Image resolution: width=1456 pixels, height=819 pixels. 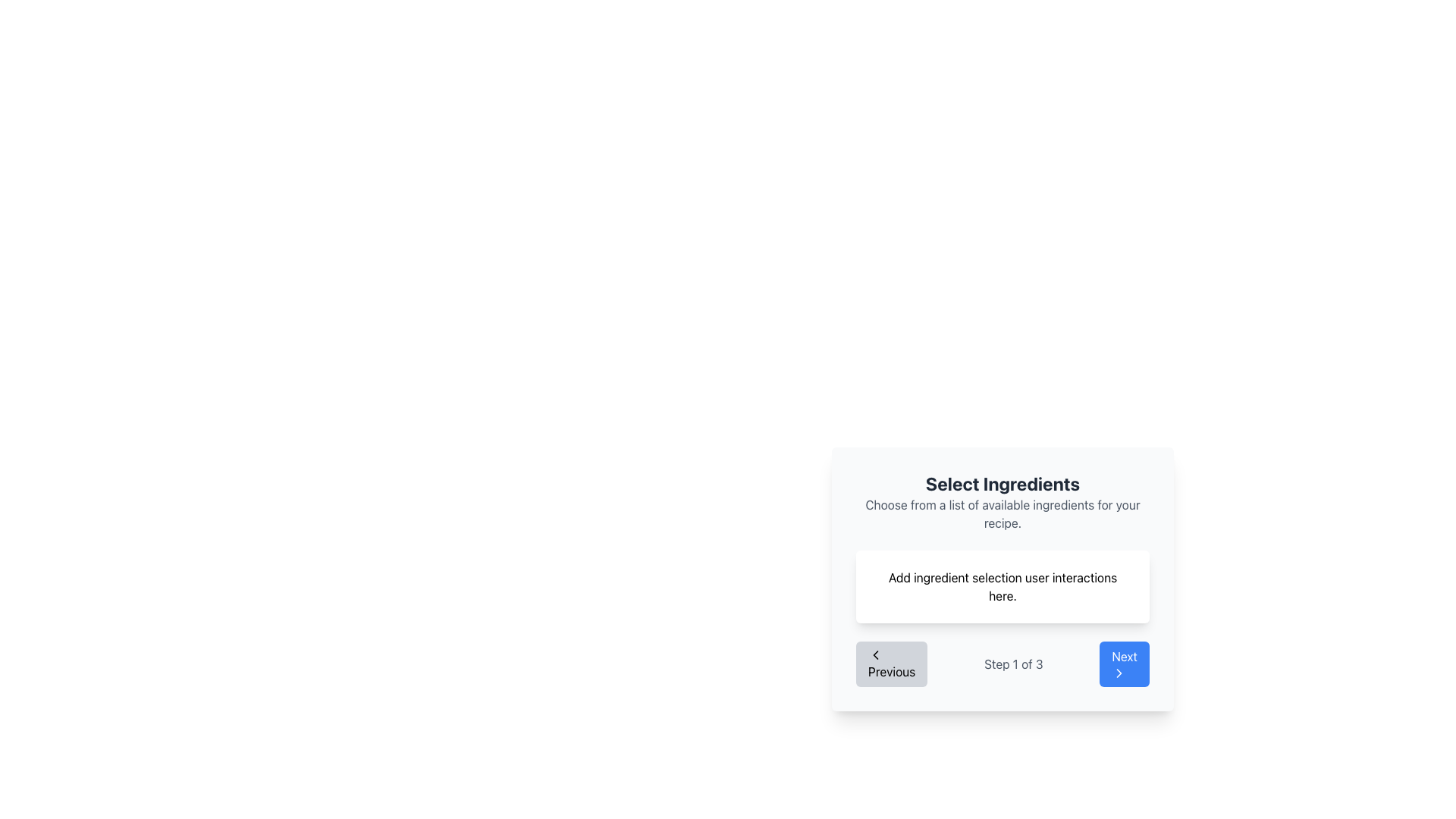 What do you see at coordinates (1119, 672) in the screenshot?
I see `the chevron icon on the 'Next' button located in the bottom-right corner of the modal` at bounding box center [1119, 672].